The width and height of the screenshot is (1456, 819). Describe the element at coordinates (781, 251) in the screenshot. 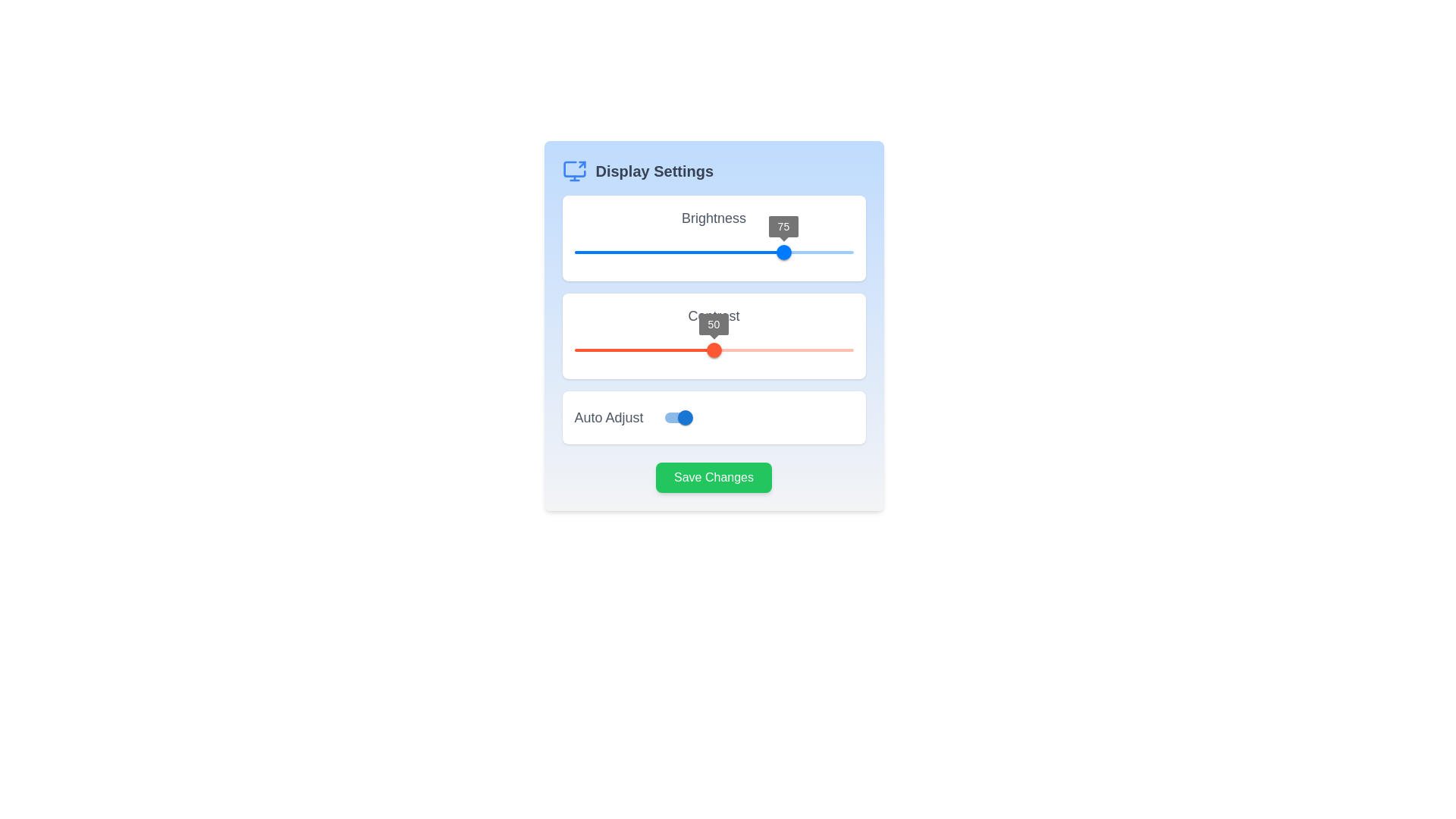

I see `the brightness` at that location.